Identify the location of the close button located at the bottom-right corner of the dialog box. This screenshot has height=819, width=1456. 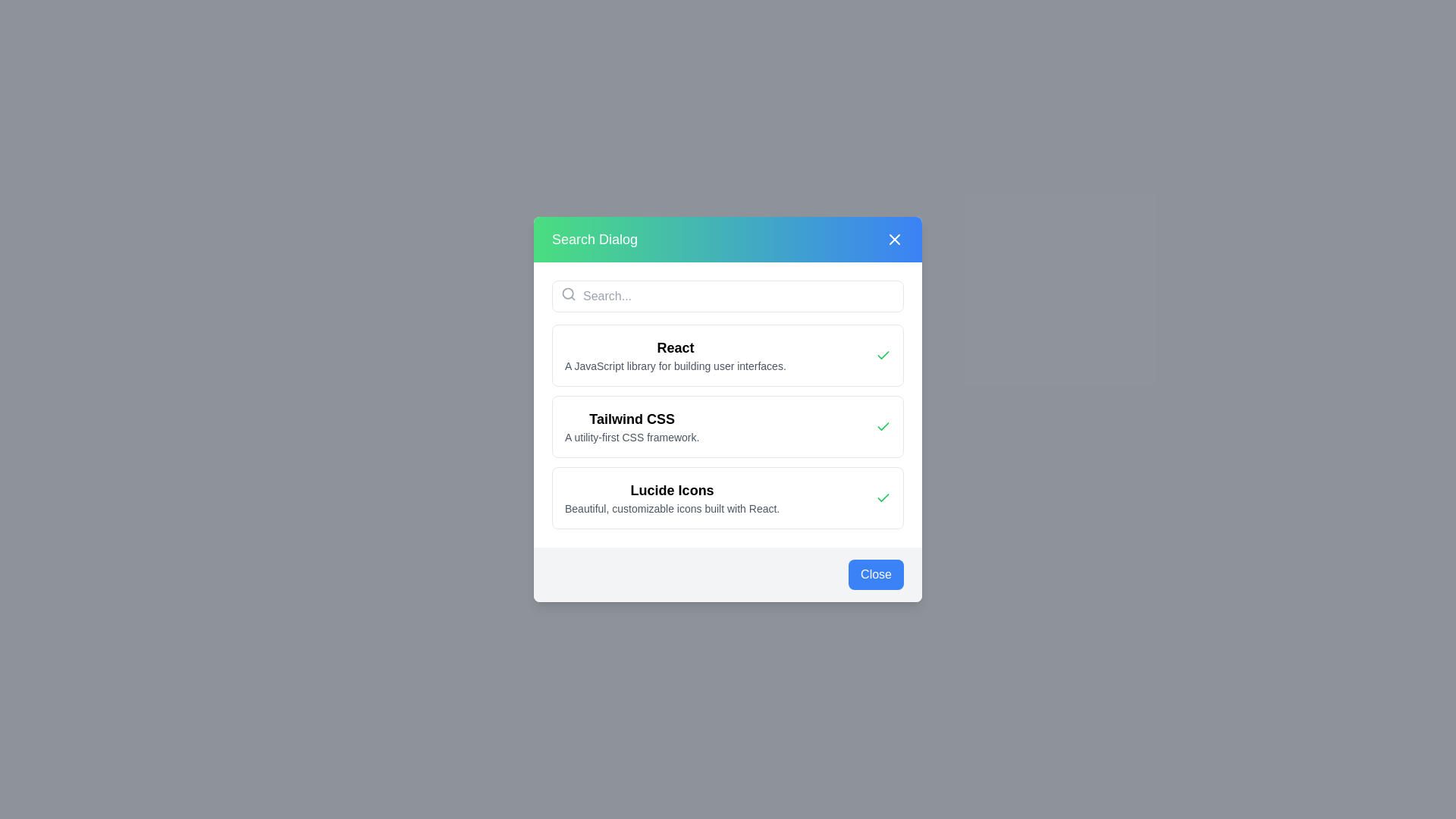
(728, 575).